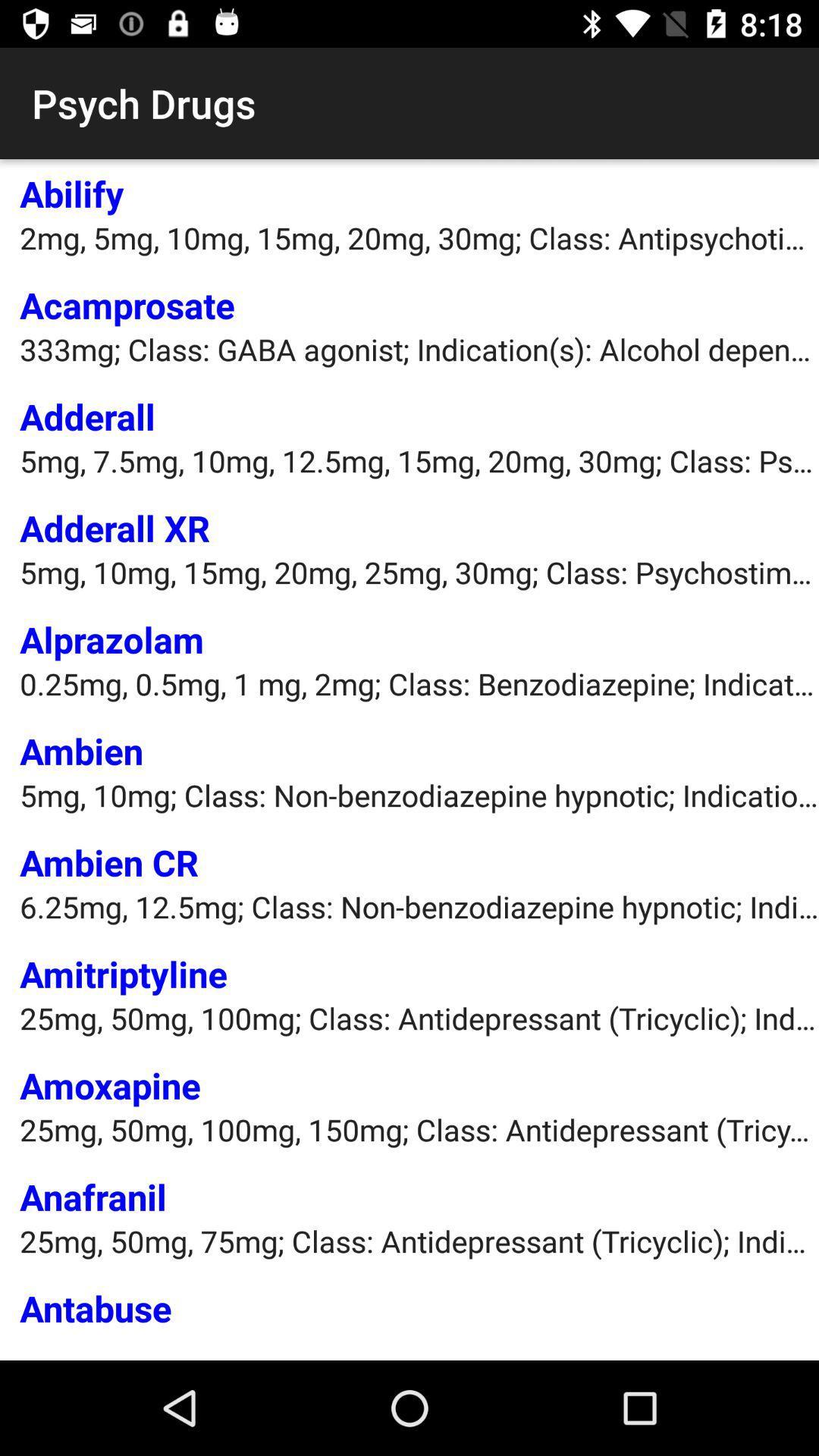 The height and width of the screenshot is (1456, 819). What do you see at coordinates (96, 1307) in the screenshot?
I see `the antabuse app` at bounding box center [96, 1307].